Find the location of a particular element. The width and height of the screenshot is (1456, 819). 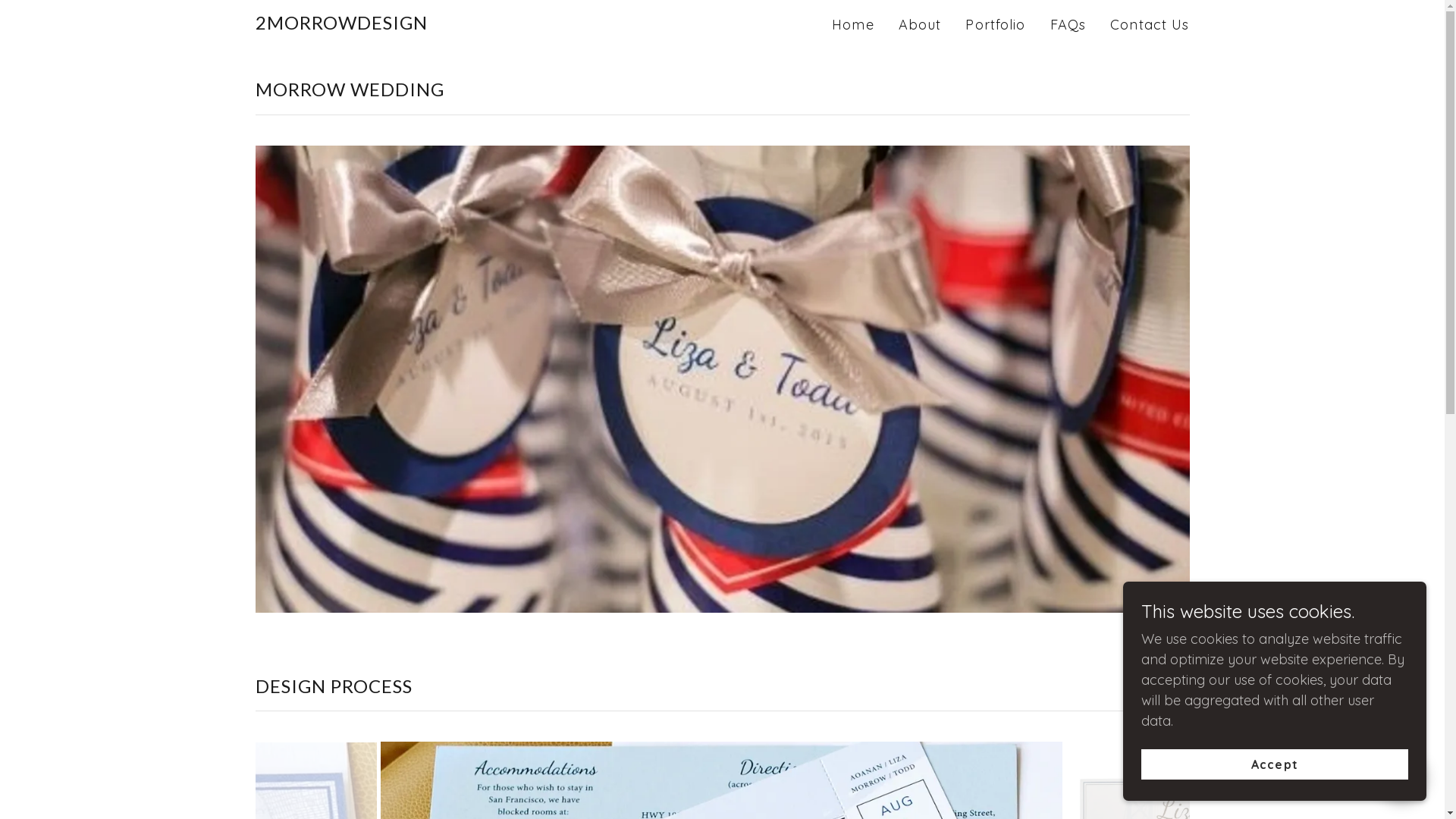

'Home' is located at coordinates (826, 25).